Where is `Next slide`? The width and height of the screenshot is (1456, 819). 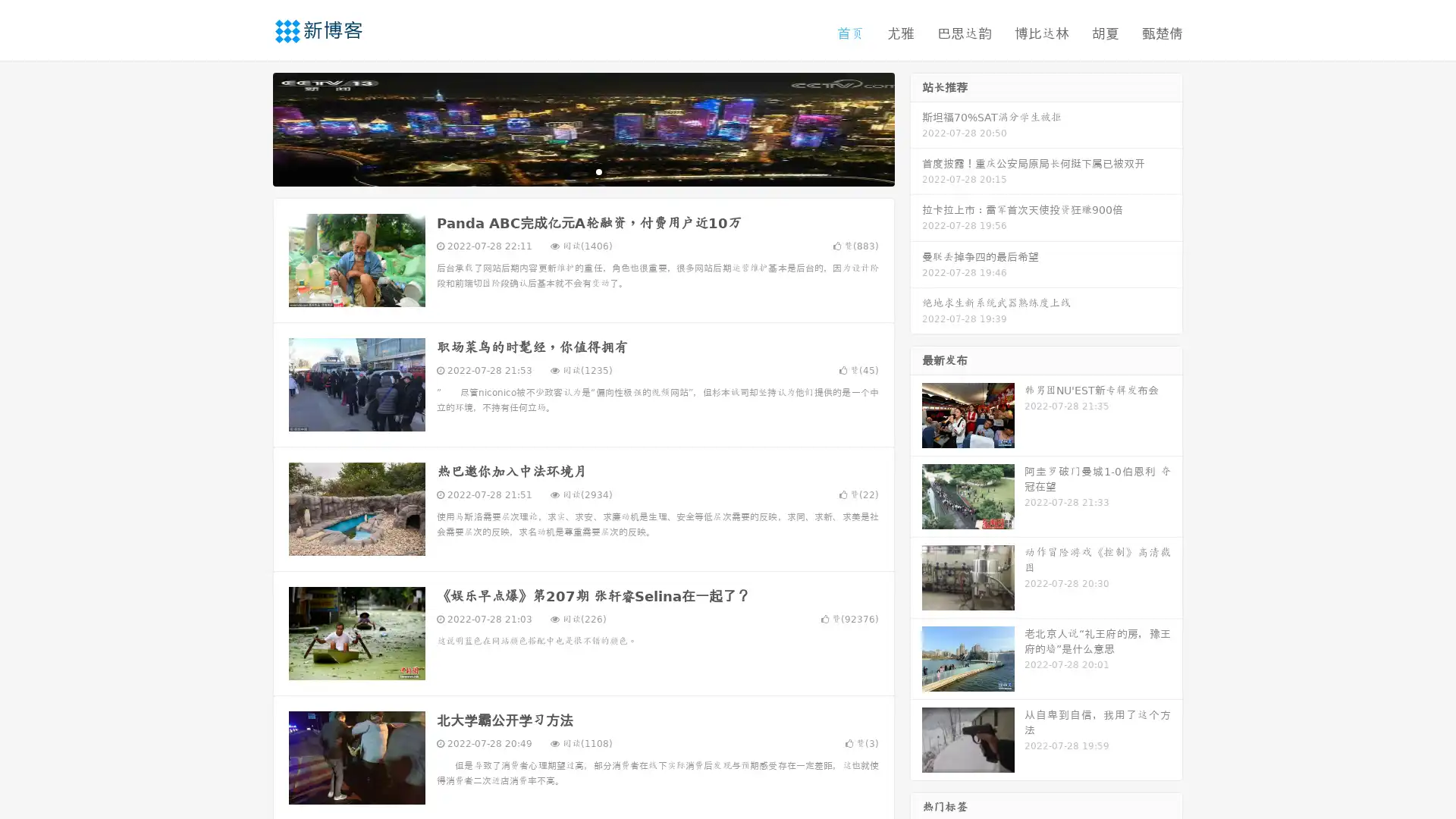
Next slide is located at coordinates (916, 127).